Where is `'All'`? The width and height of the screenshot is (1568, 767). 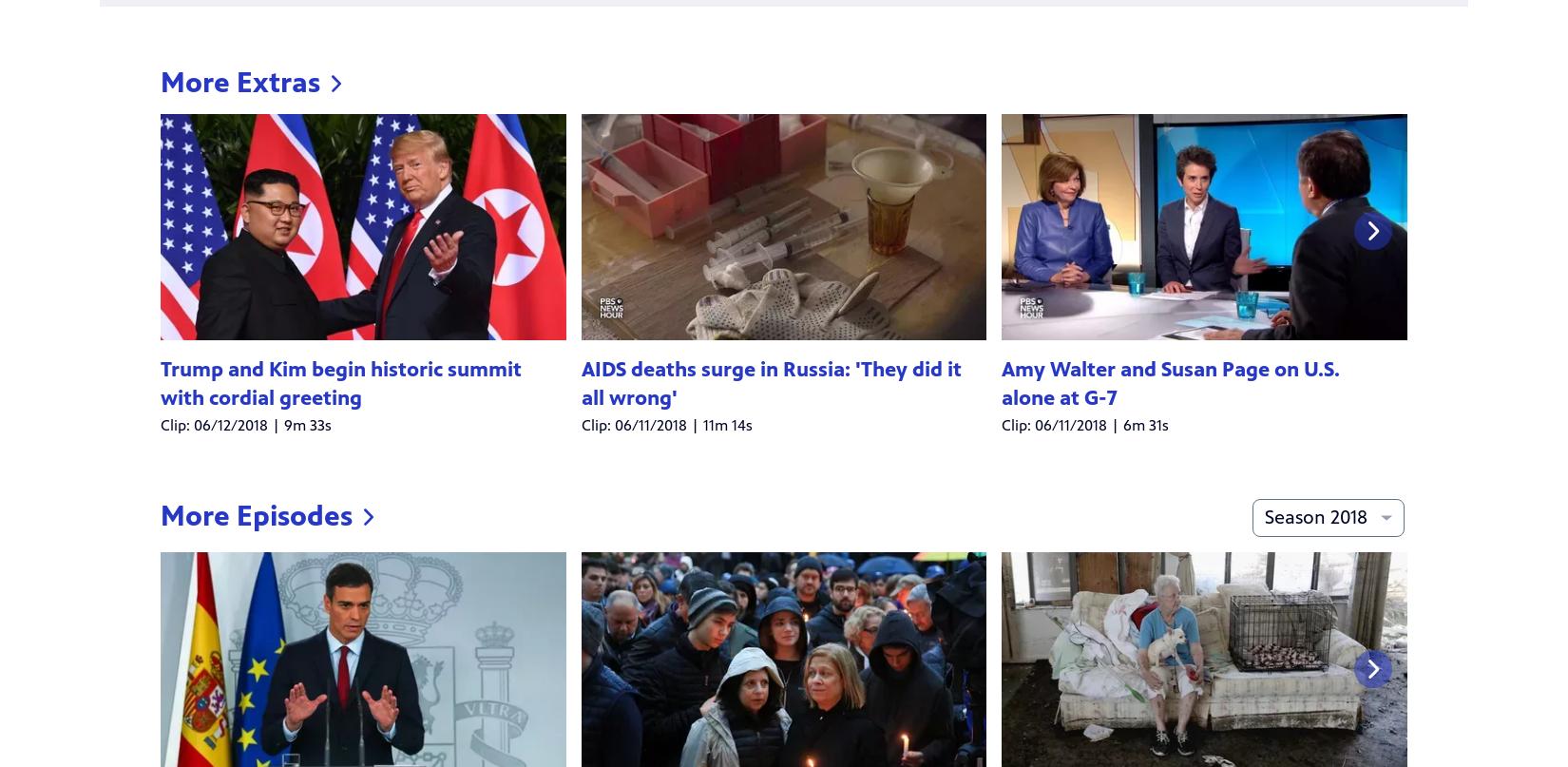
'All' is located at coordinates (1291, 146).